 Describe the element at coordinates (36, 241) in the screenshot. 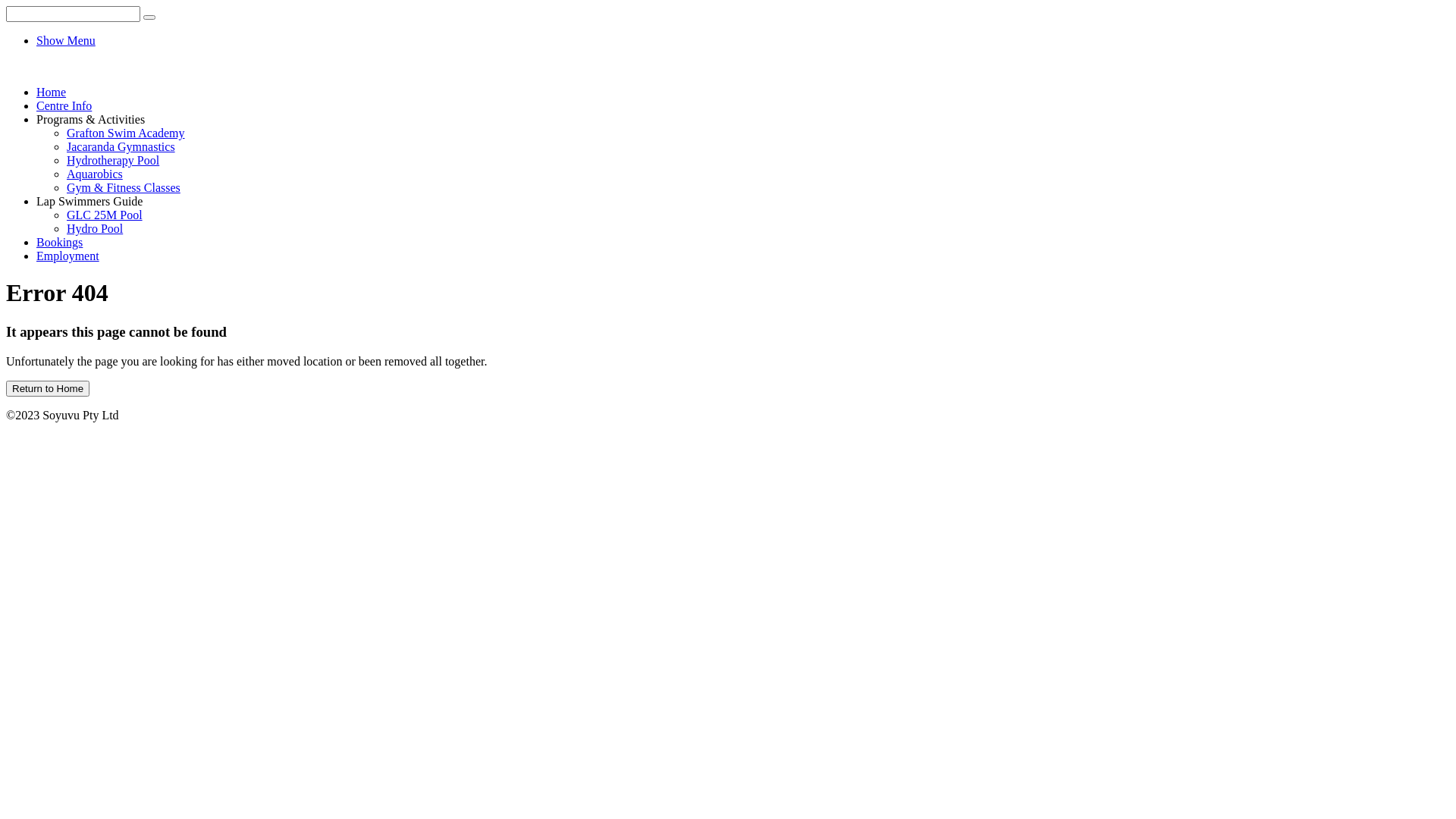

I see `'Bookings'` at that location.